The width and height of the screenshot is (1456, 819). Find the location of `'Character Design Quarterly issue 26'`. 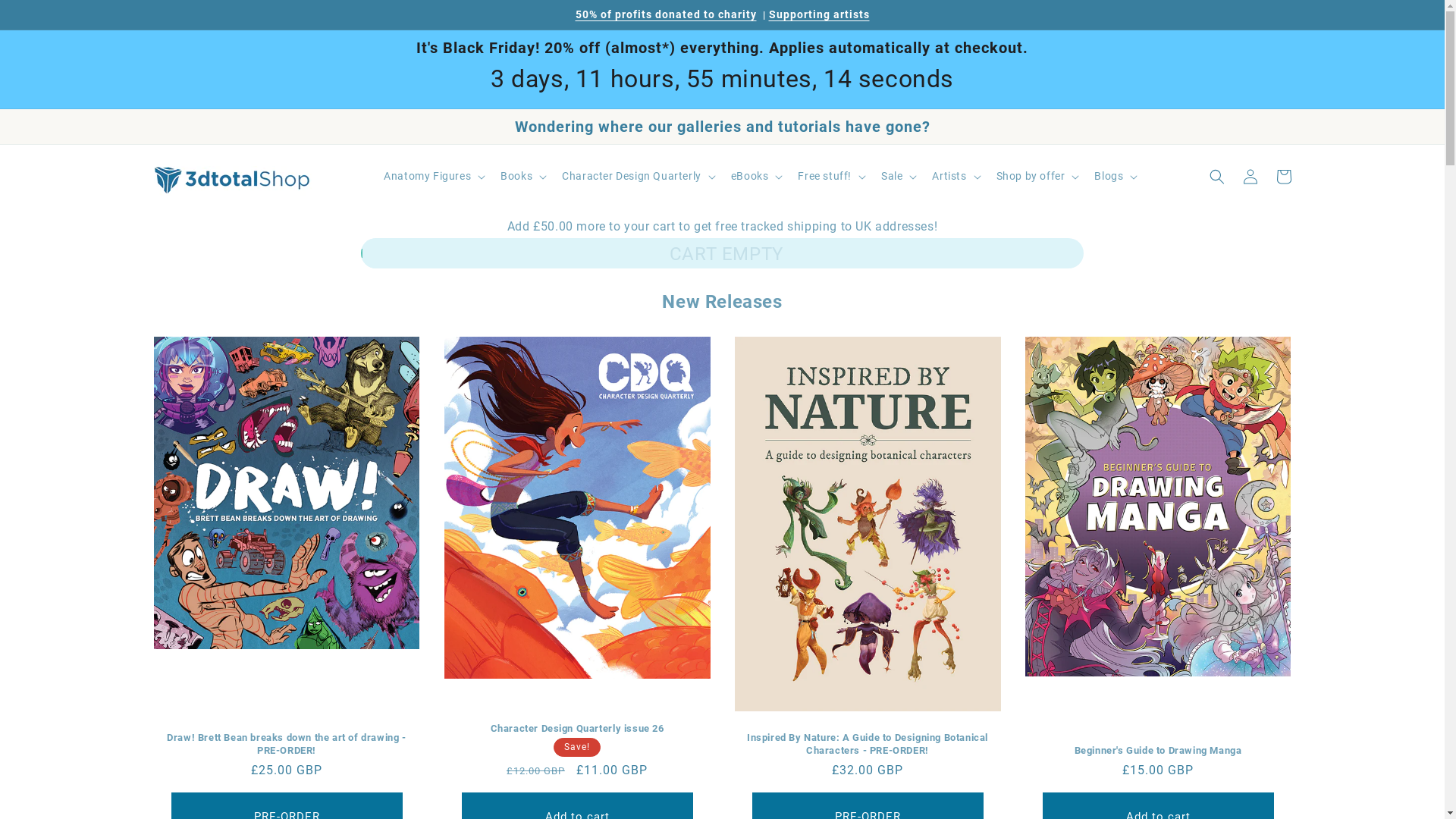

'Character Design Quarterly issue 26' is located at coordinates (576, 728).